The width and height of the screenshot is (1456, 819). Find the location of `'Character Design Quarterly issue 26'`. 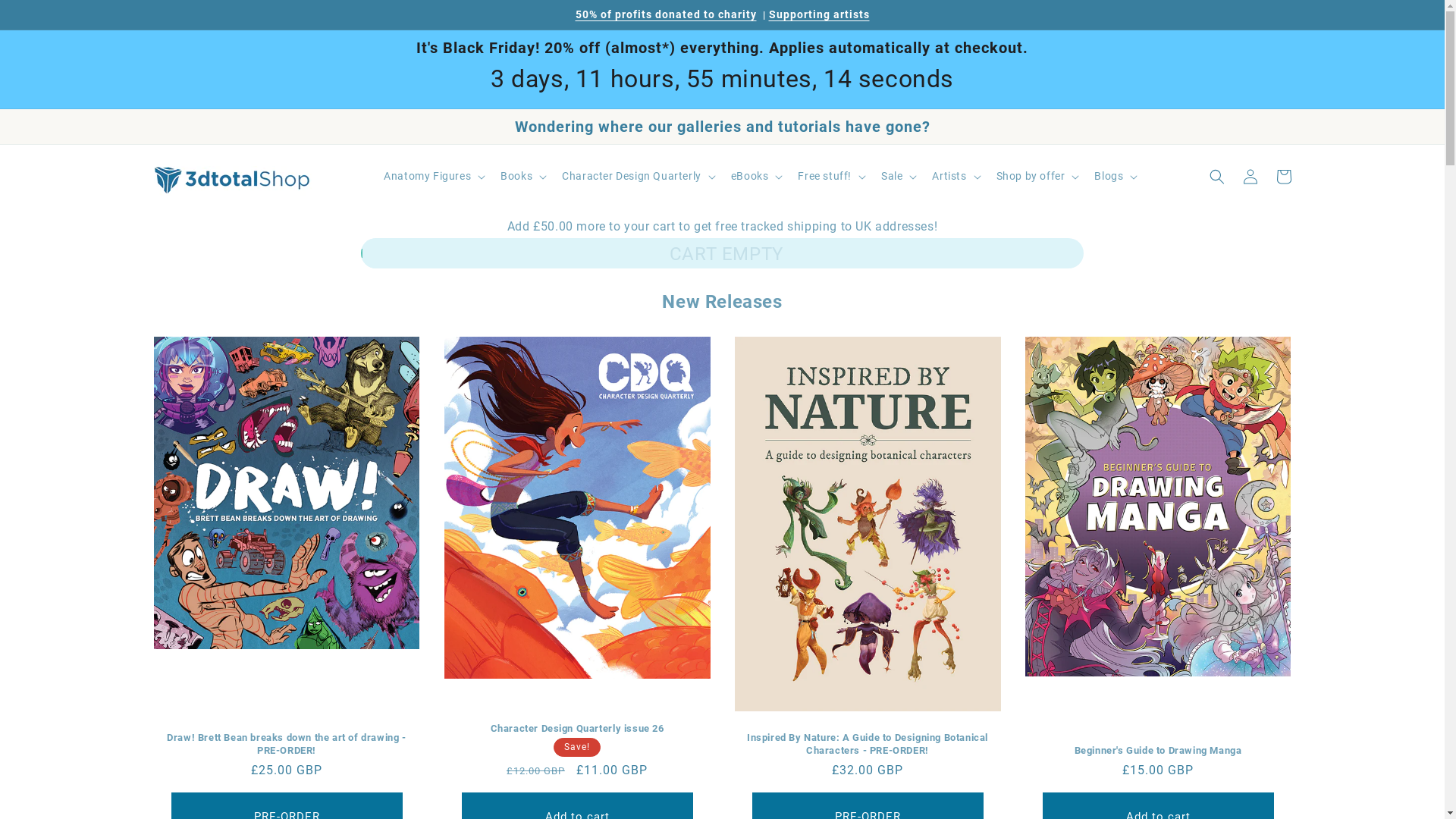

'Character Design Quarterly issue 26' is located at coordinates (576, 728).